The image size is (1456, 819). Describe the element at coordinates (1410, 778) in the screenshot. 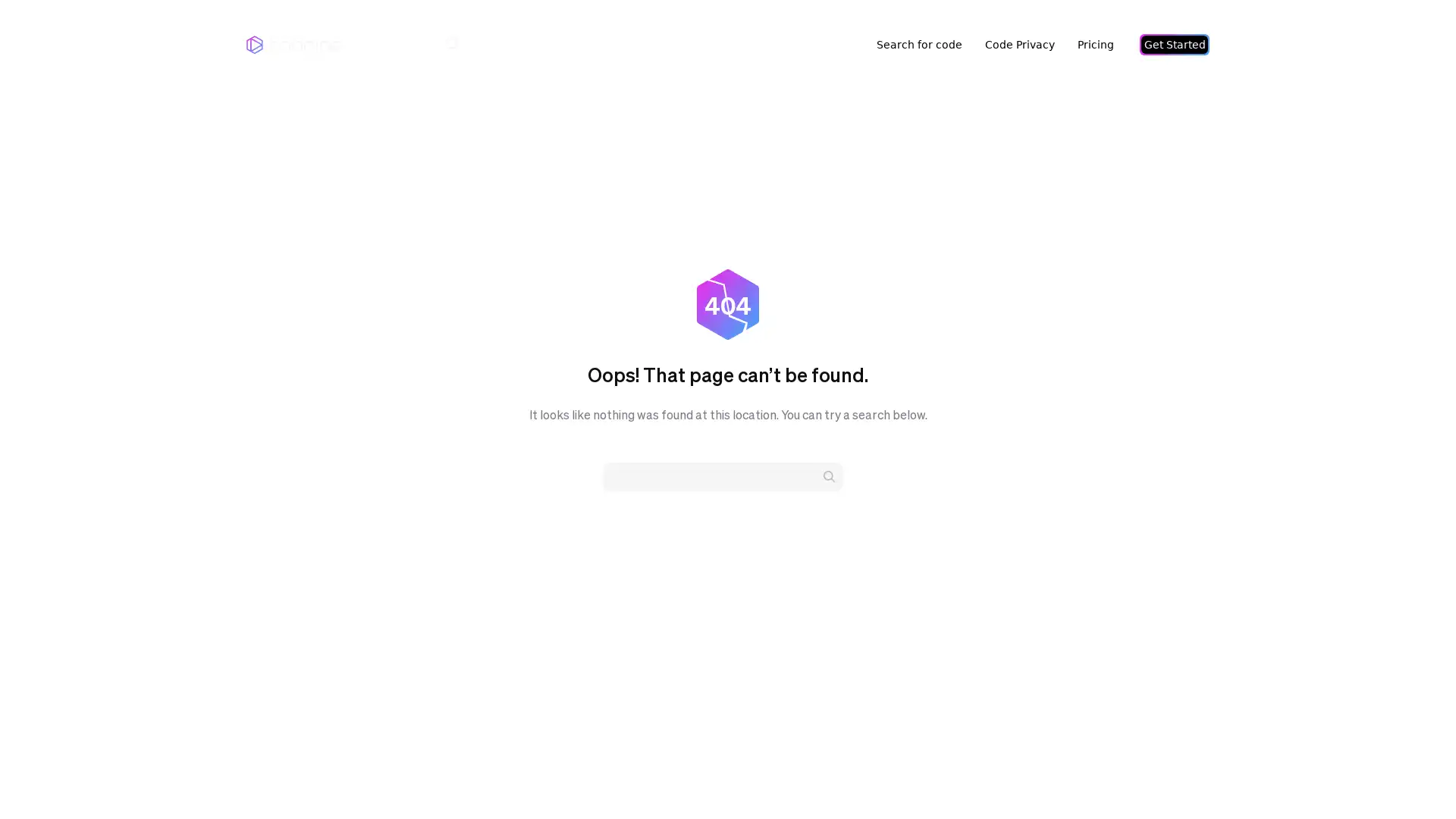

I see `Open` at that location.